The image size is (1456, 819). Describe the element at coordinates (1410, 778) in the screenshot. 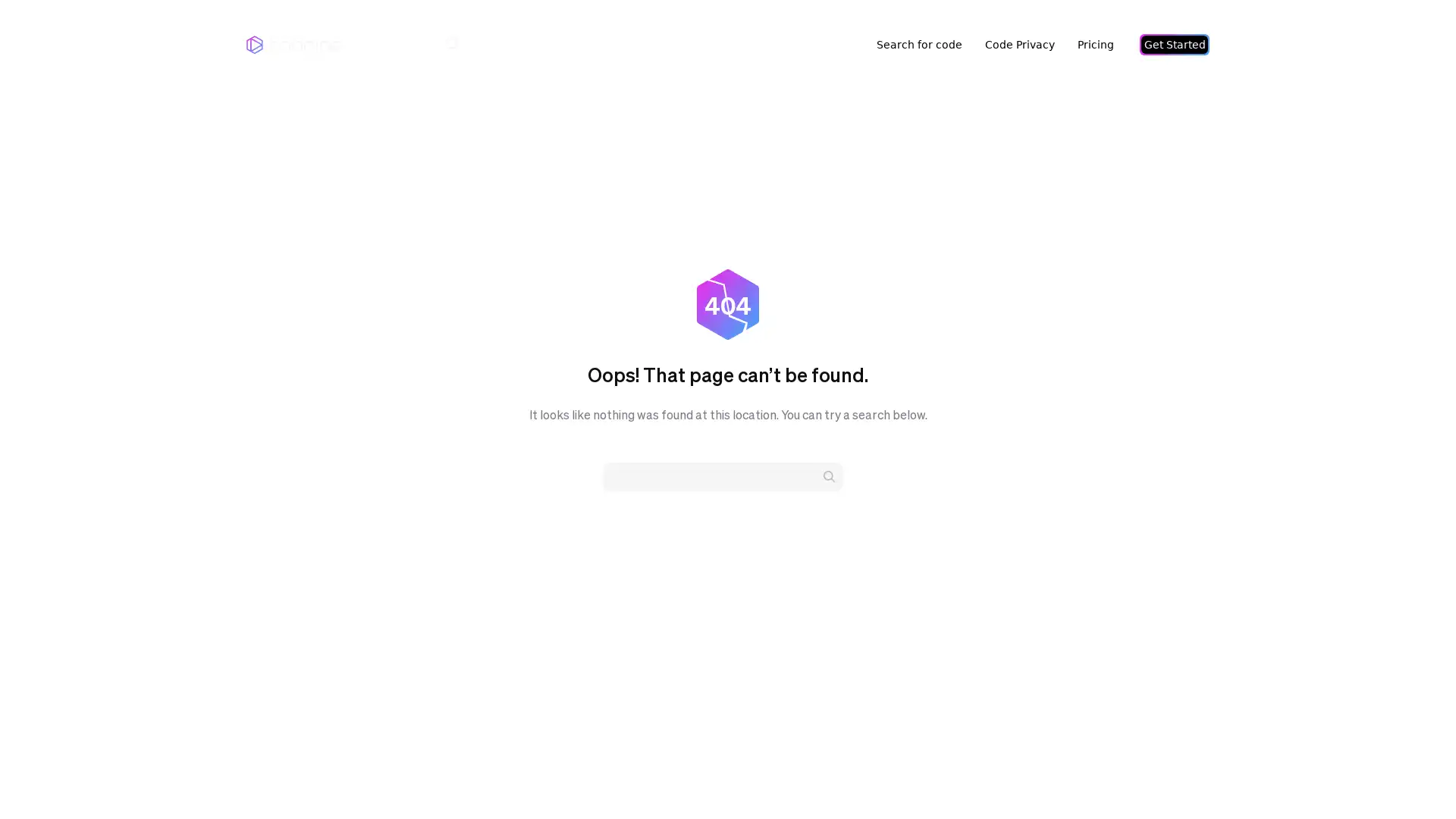

I see `Open` at that location.